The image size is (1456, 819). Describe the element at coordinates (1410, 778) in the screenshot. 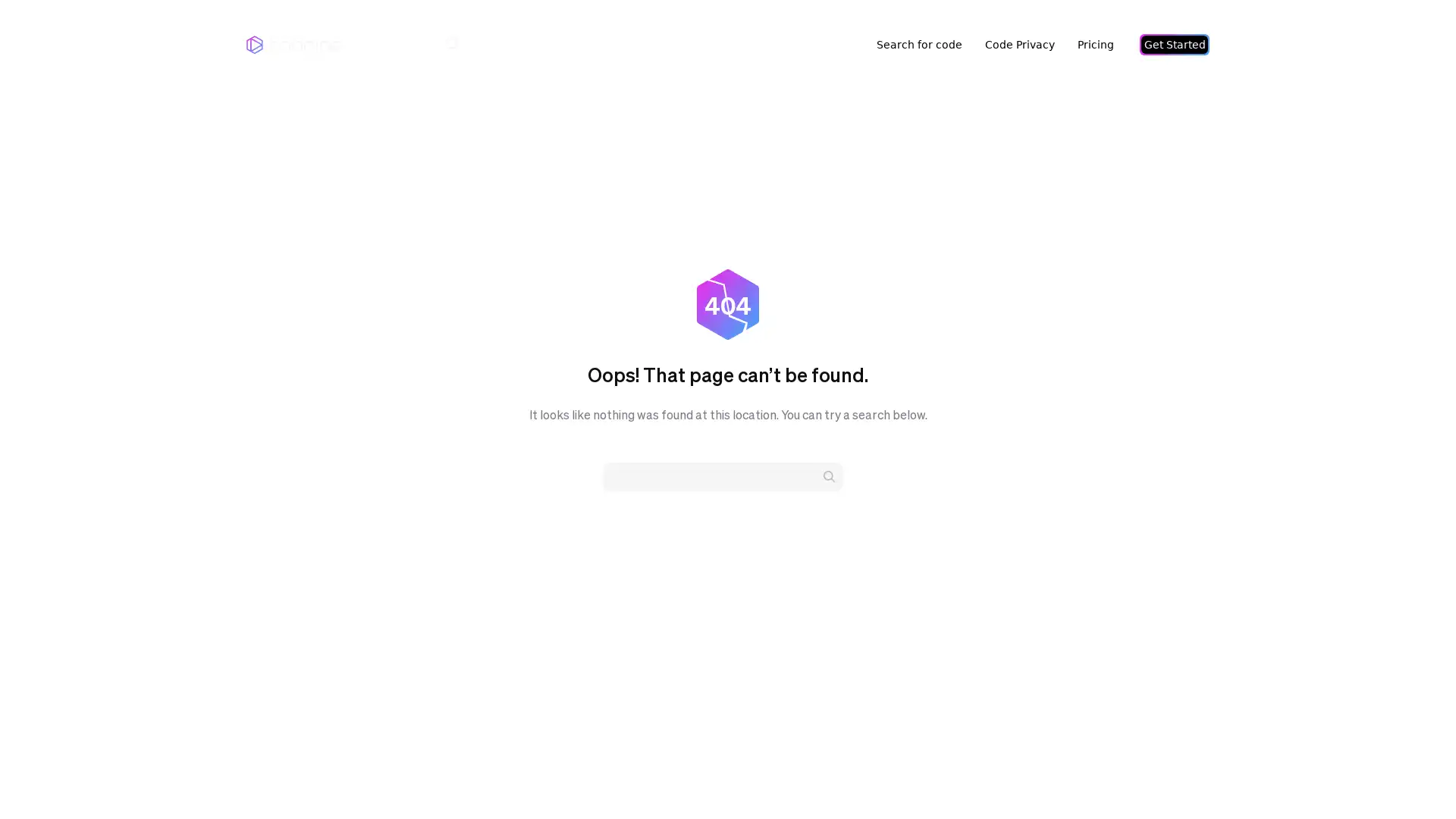

I see `Open` at that location.